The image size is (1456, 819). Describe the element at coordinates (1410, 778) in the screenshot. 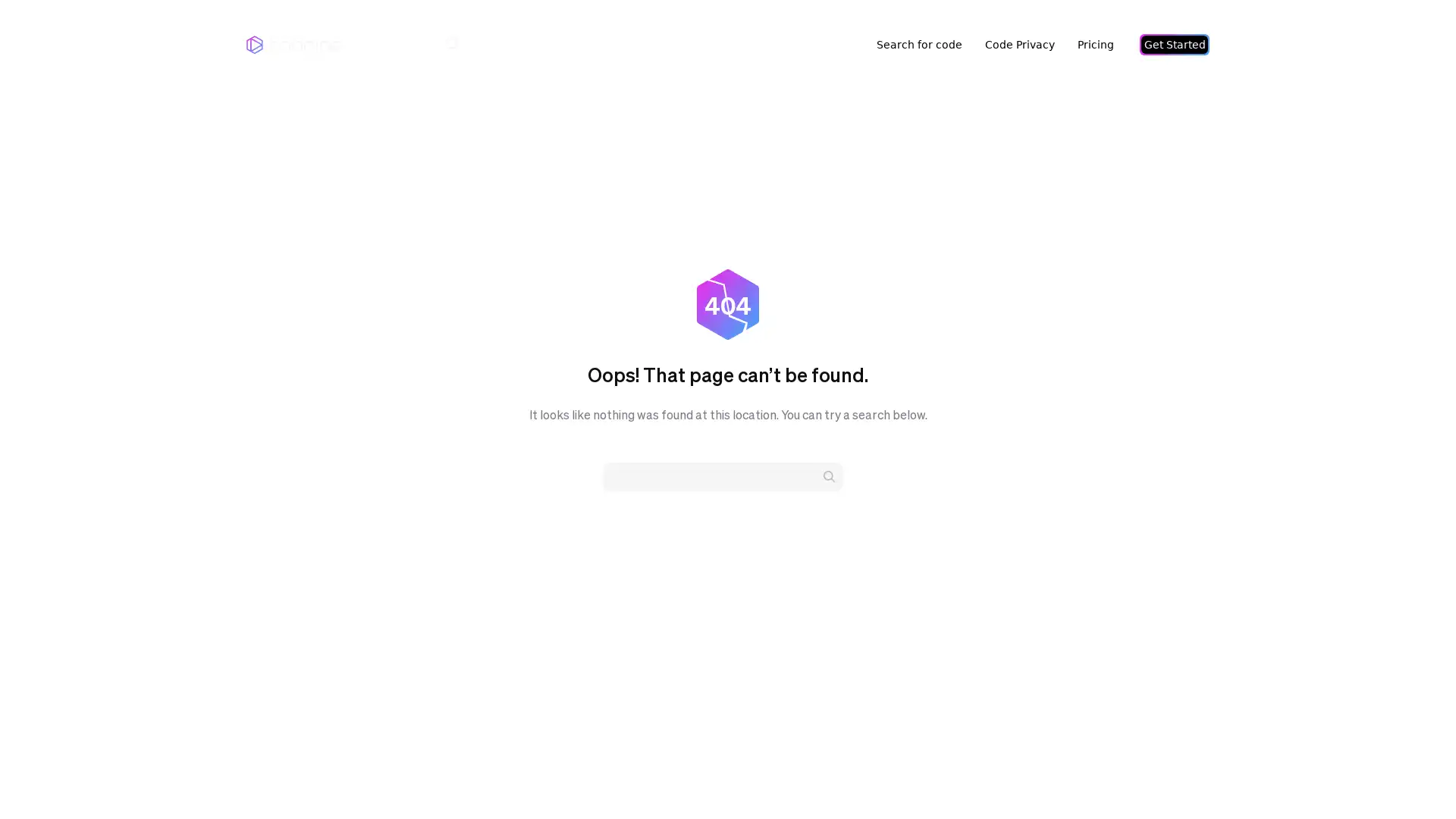

I see `Open` at that location.